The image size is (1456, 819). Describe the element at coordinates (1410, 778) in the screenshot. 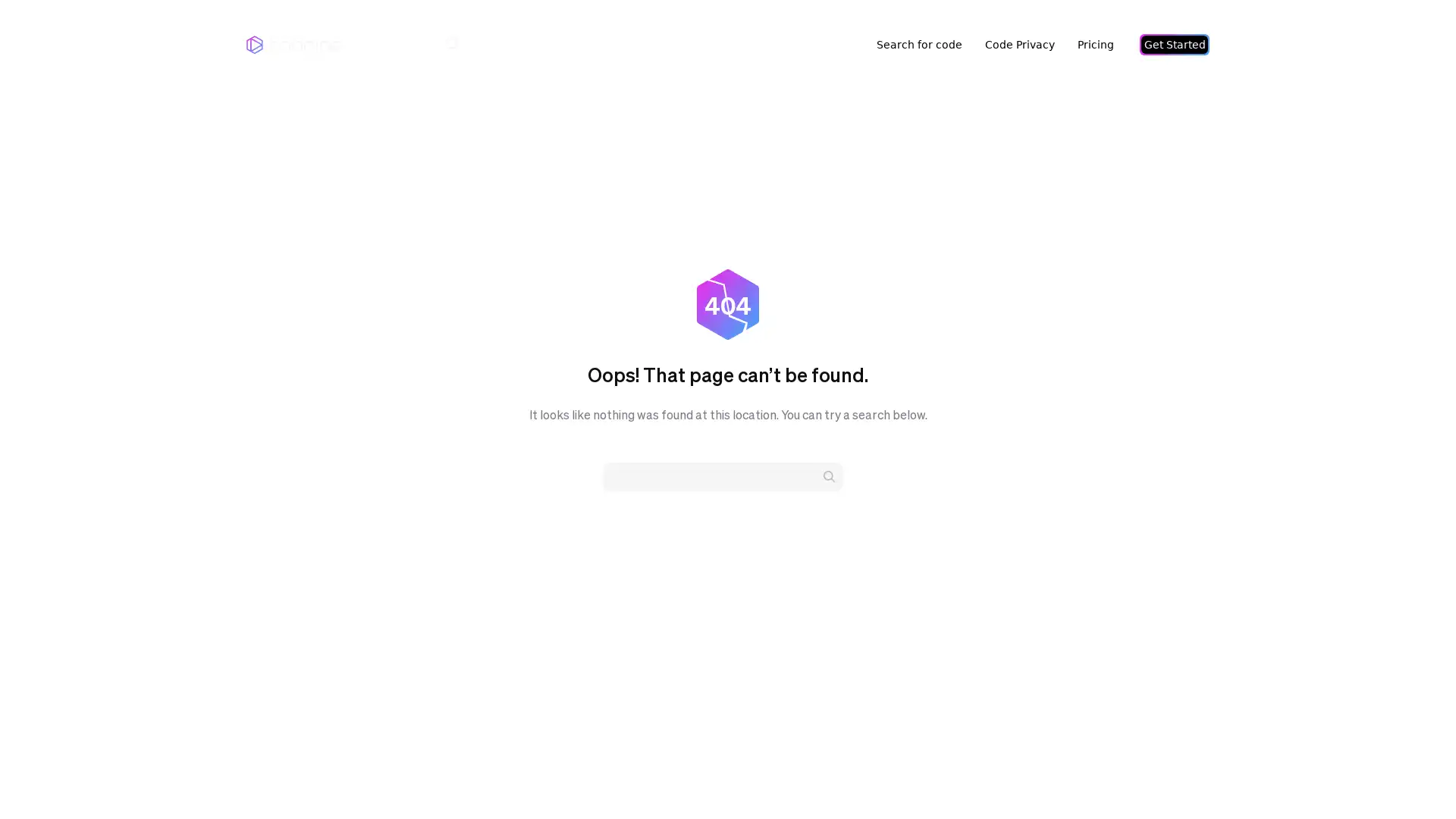

I see `Open` at that location.